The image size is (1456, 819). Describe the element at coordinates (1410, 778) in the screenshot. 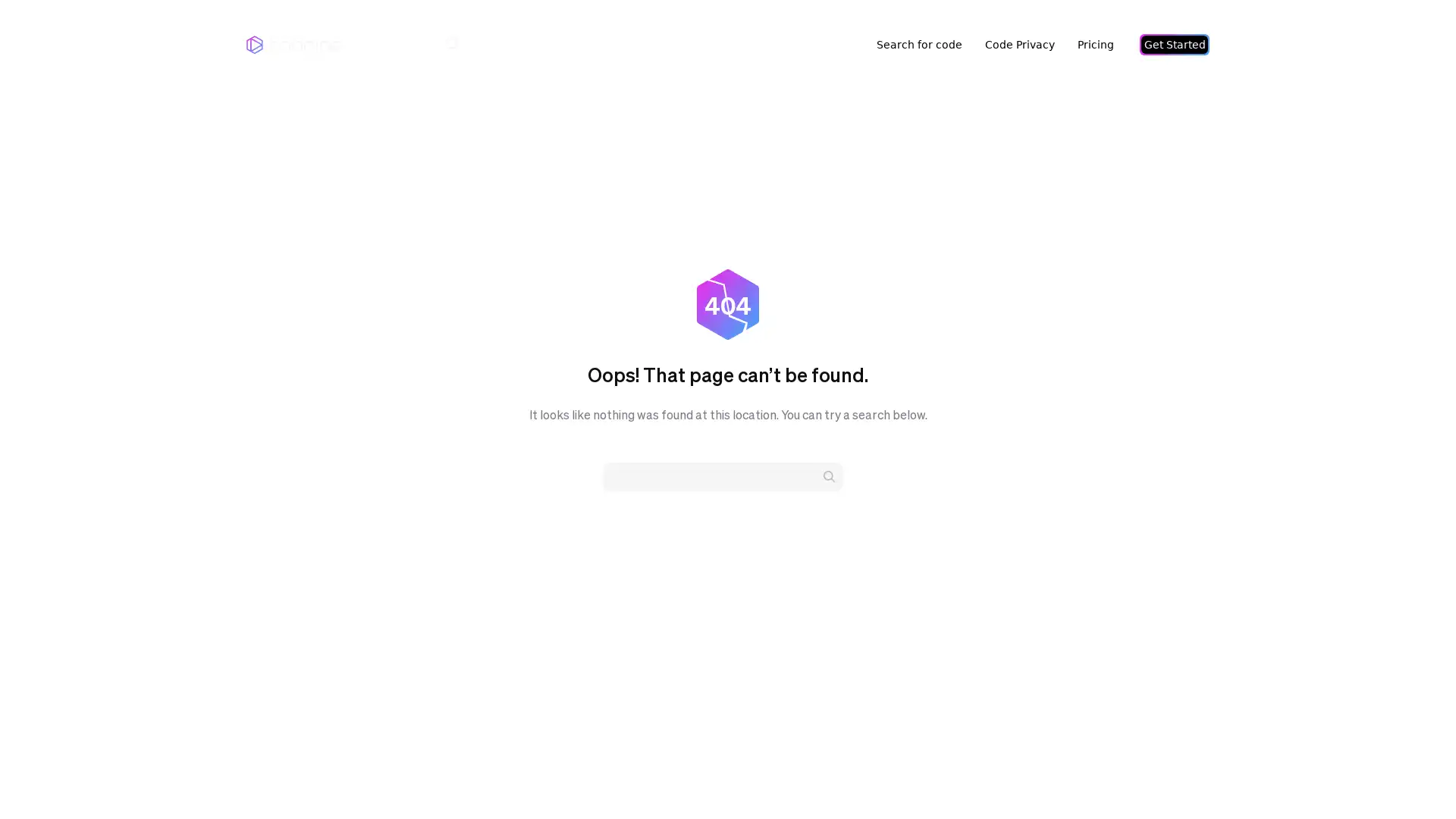

I see `Open` at that location.